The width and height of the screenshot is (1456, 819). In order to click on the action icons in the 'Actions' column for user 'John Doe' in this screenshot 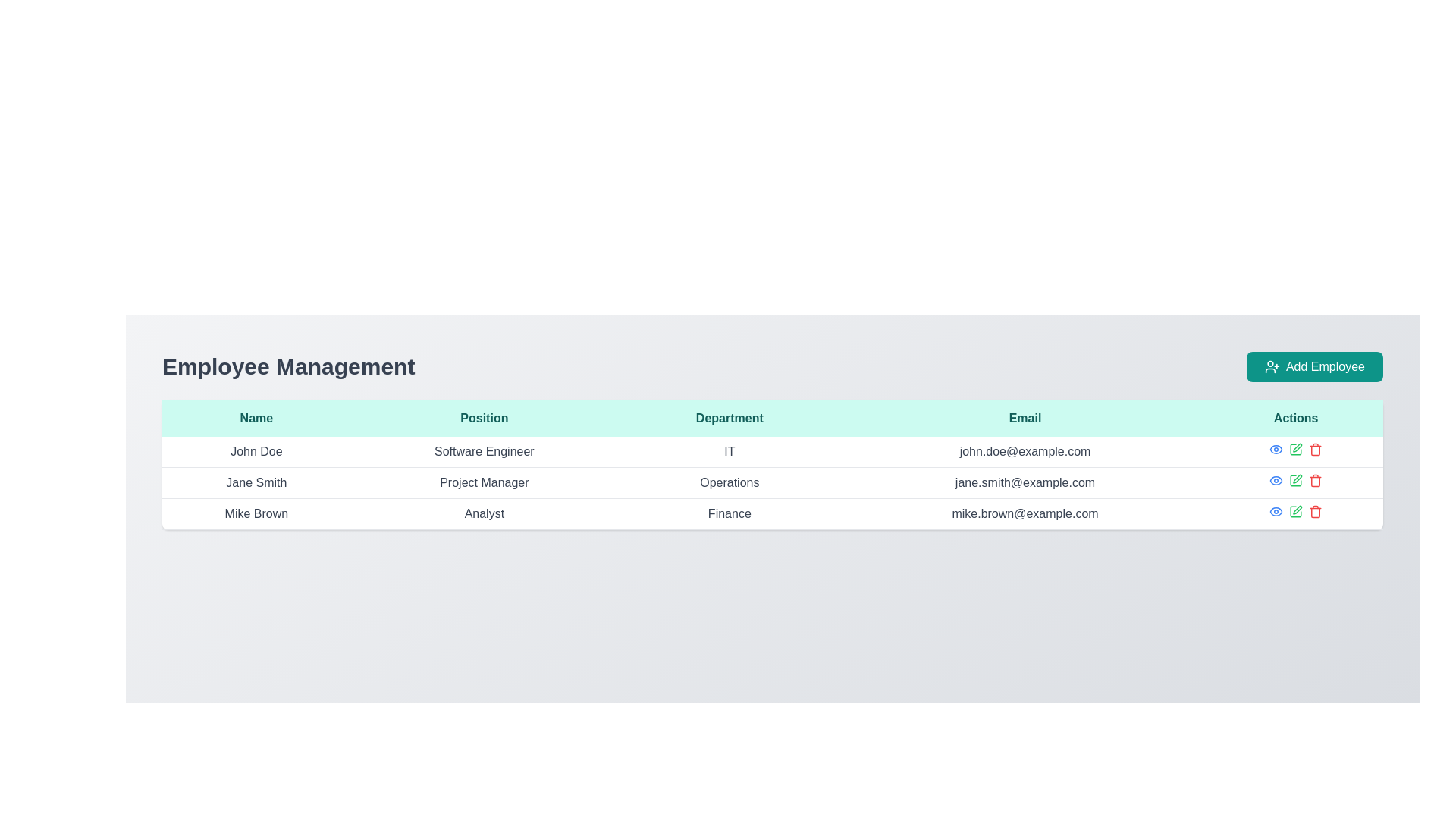, I will do `click(1295, 449)`.